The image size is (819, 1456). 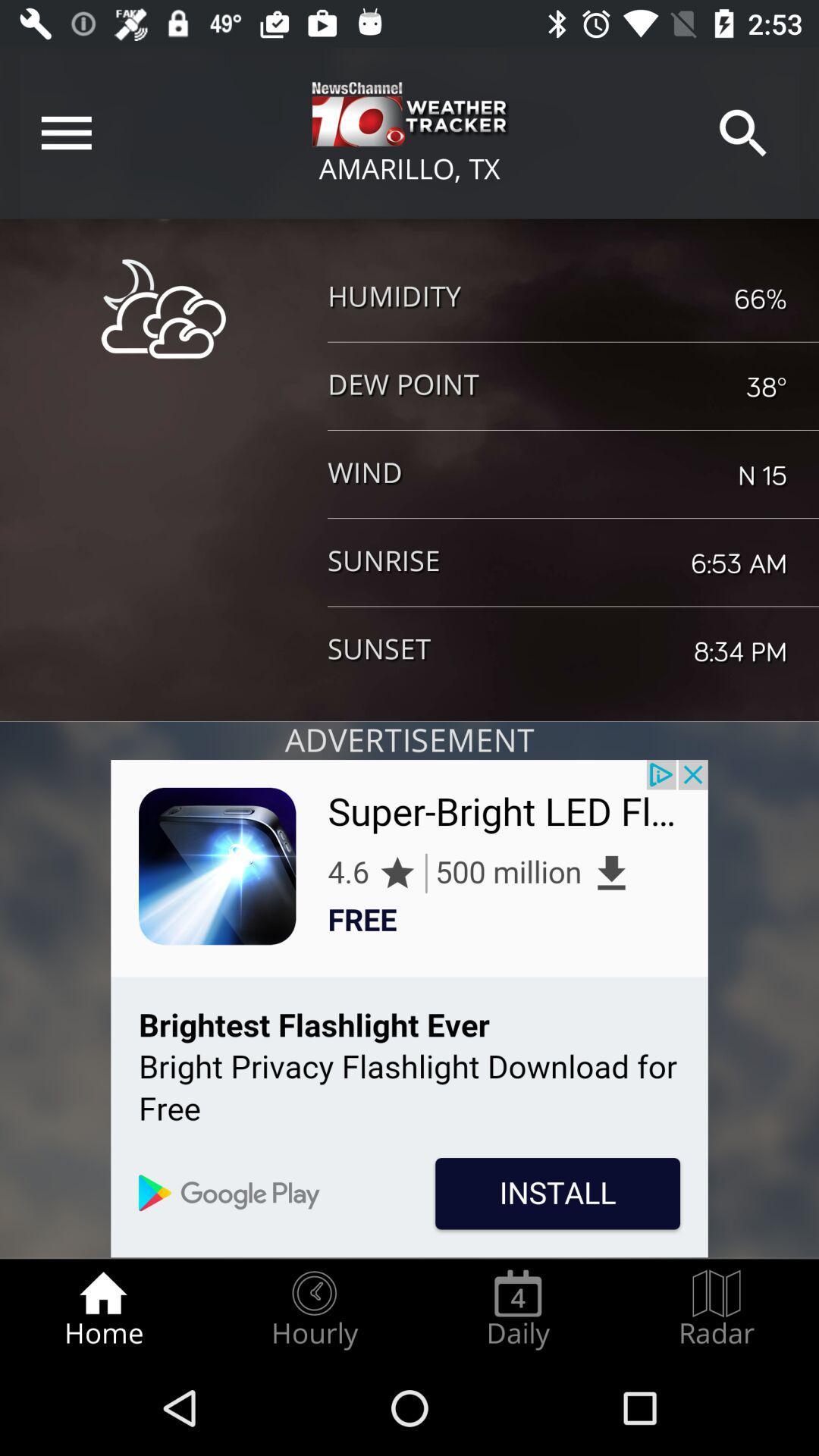 I want to click on install app, so click(x=409, y=1009).